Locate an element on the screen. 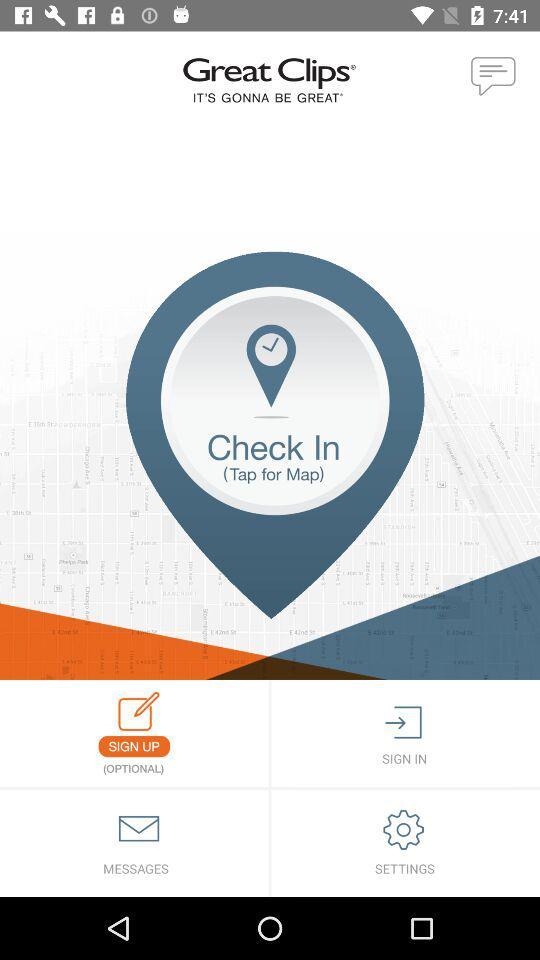 Image resolution: width=540 pixels, height=960 pixels. settings screen is located at coordinates (405, 842).